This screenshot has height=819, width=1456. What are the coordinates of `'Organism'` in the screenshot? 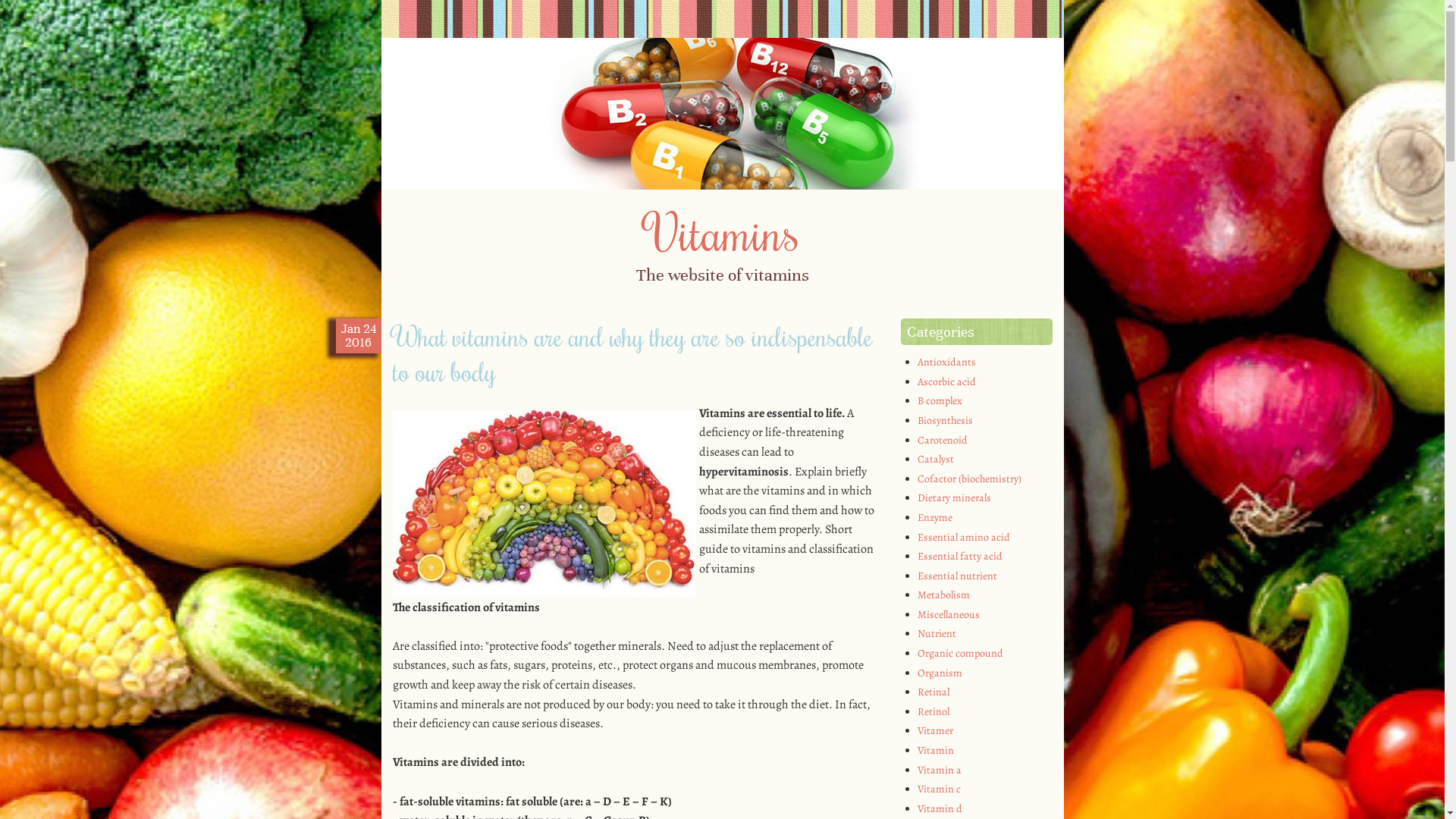 It's located at (939, 672).